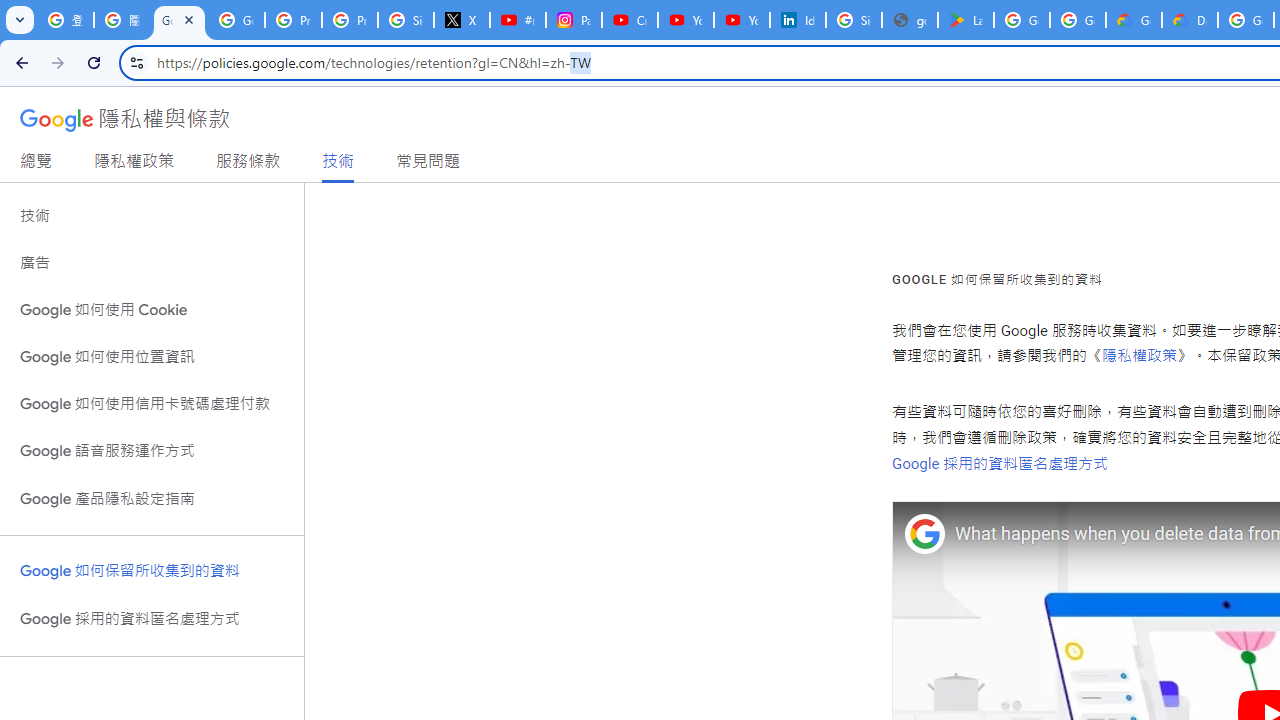 This screenshot has height=720, width=1280. What do you see at coordinates (518, 20) in the screenshot?
I see `'#nbabasketballhighlights - YouTube'` at bounding box center [518, 20].